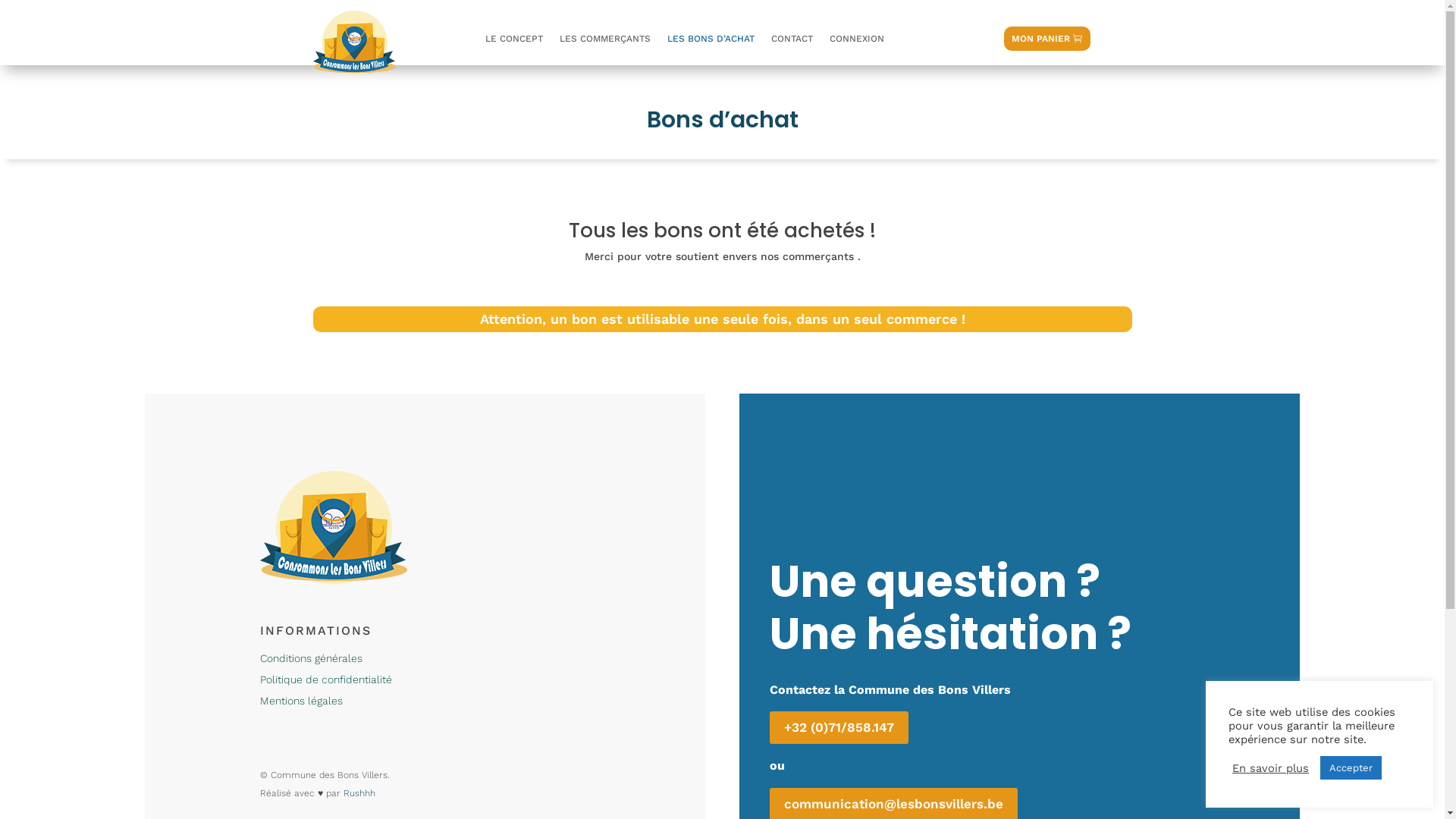 Image resolution: width=1456 pixels, height=819 pixels. What do you see at coordinates (838, 726) in the screenshot?
I see `'+32 (0)71/858.147'` at bounding box center [838, 726].